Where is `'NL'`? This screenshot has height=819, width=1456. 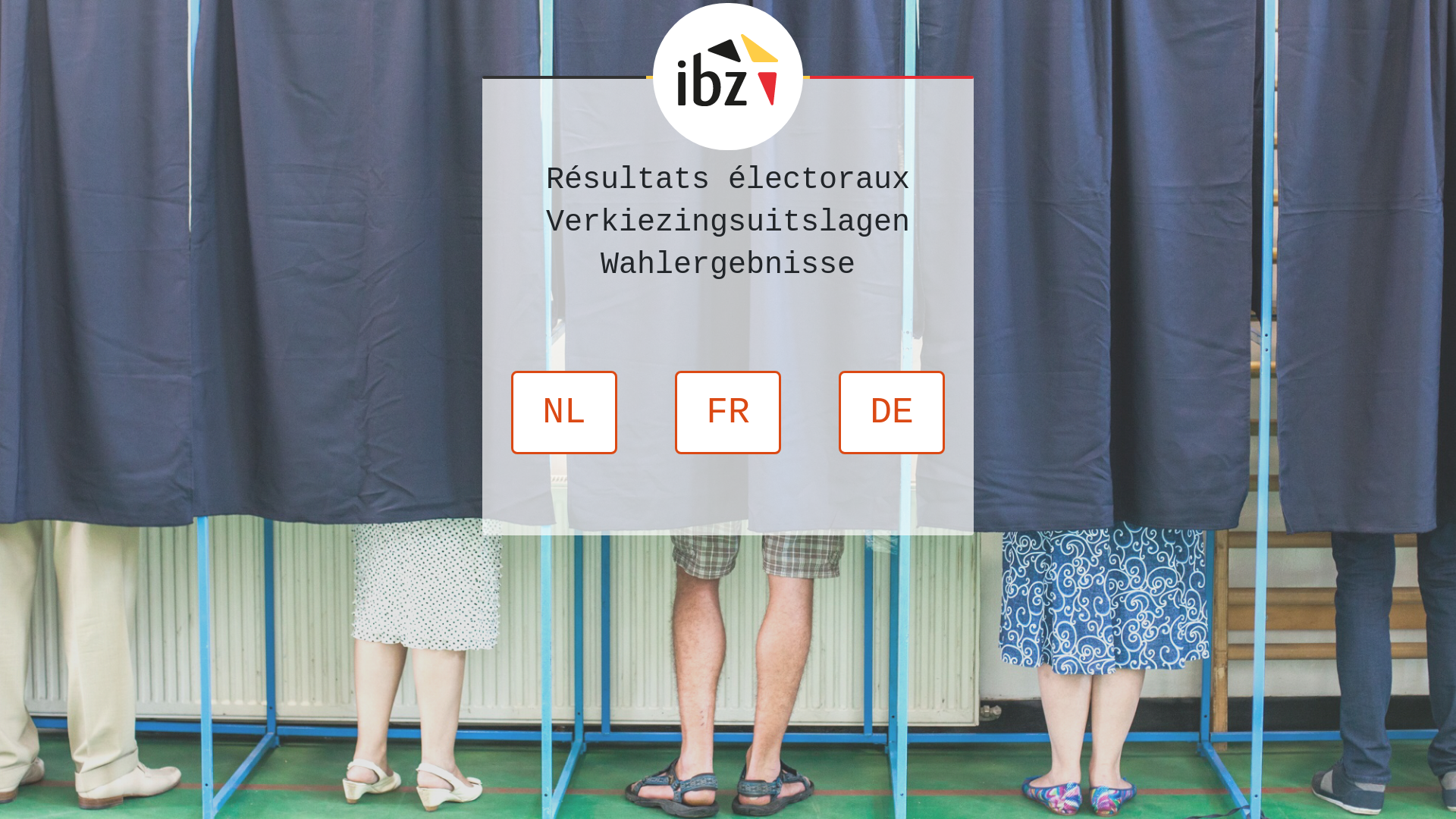
'NL' is located at coordinates (563, 412).